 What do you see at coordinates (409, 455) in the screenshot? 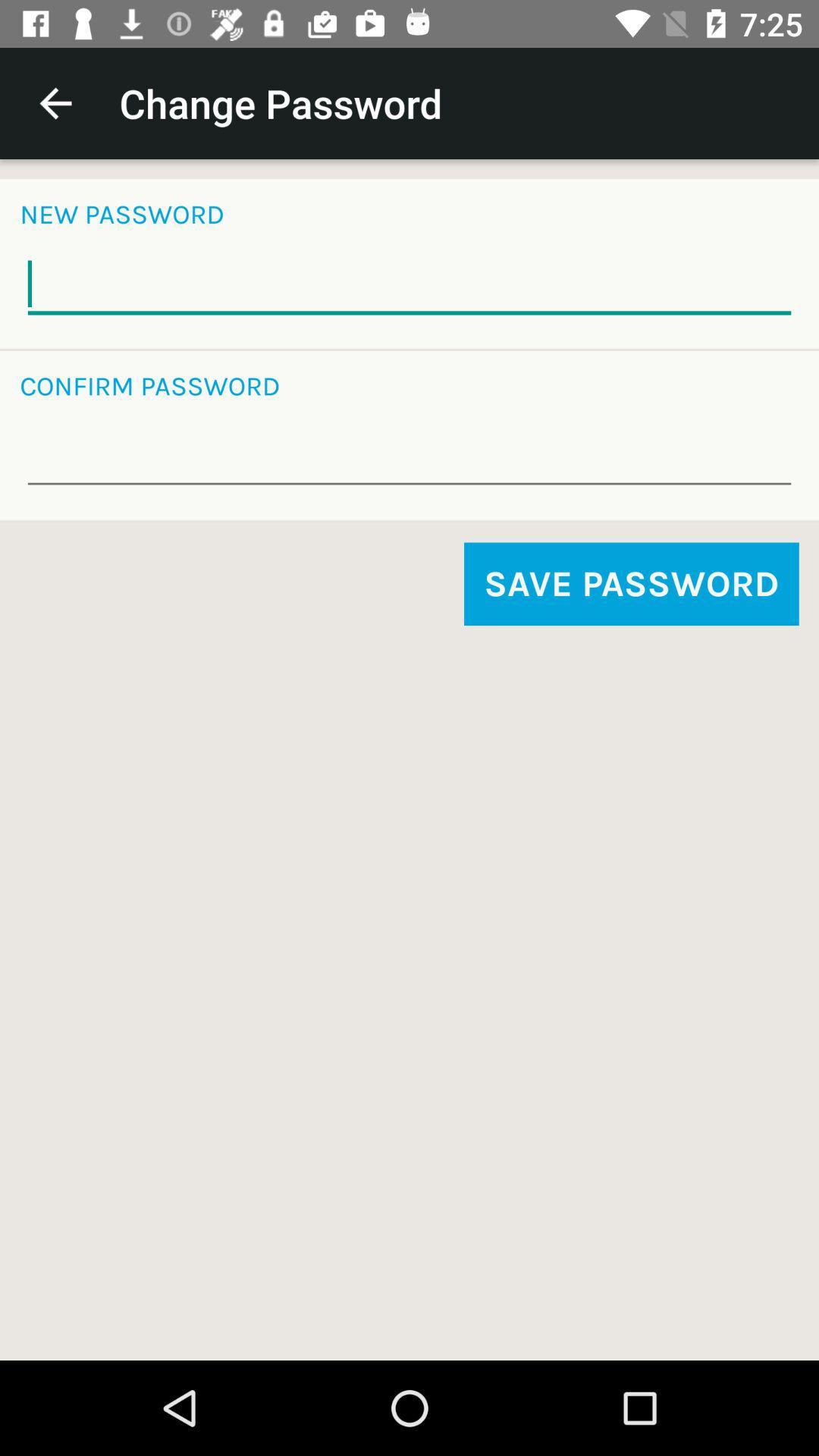
I see `re enter password` at bounding box center [409, 455].